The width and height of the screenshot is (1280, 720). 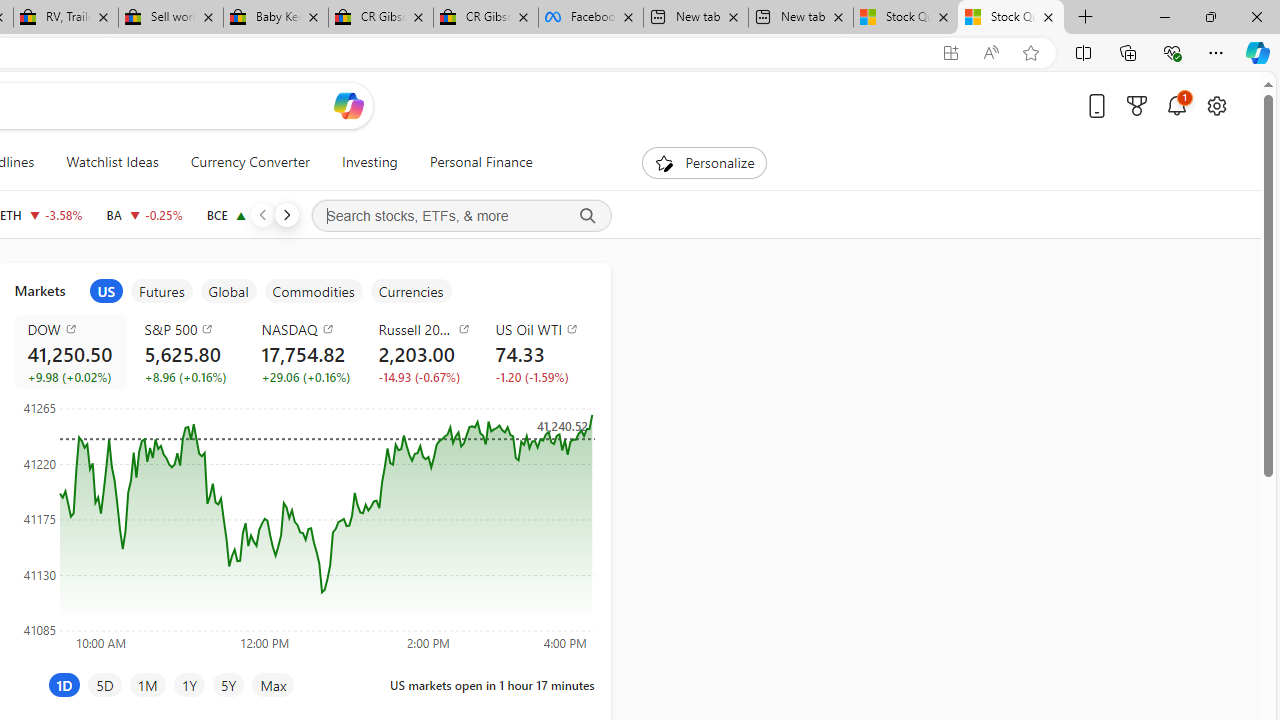 I want to click on 'BCE BCE Inc increase 35.22 +0.08 +0.23%', so click(x=248, y=214).